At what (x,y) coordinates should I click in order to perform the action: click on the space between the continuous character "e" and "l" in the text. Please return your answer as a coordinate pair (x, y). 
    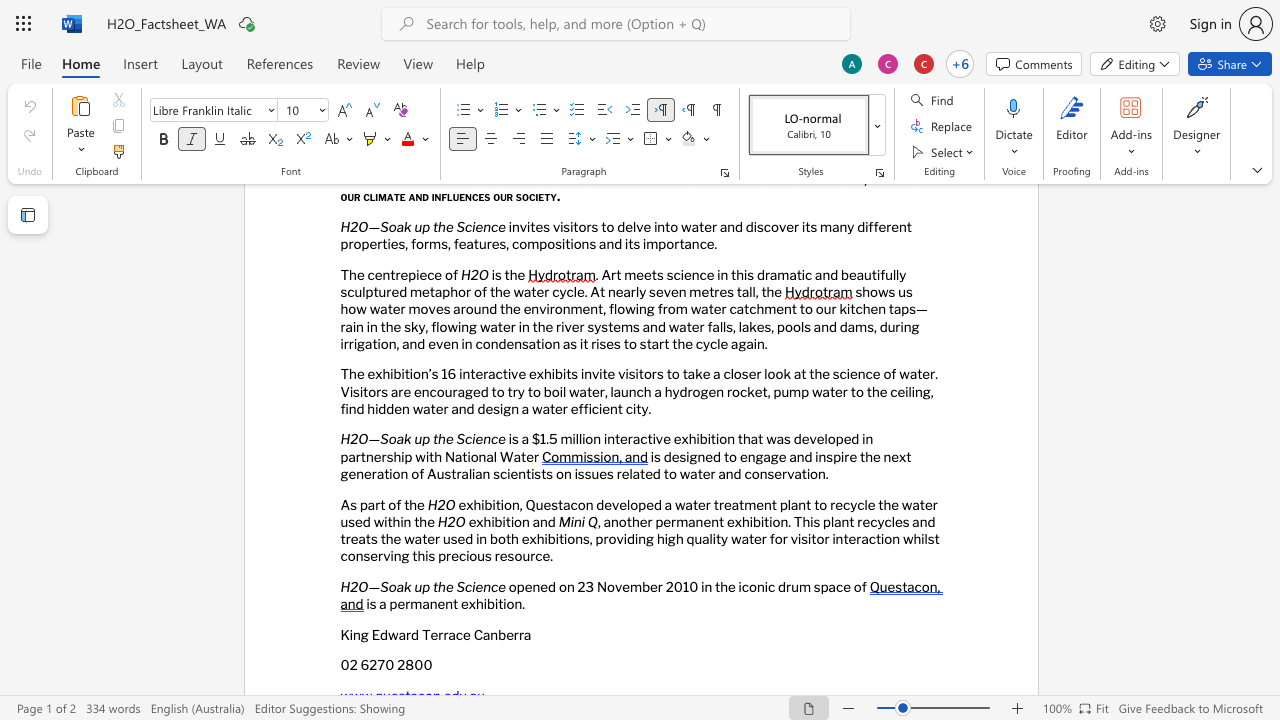
    Looking at the image, I should click on (823, 438).